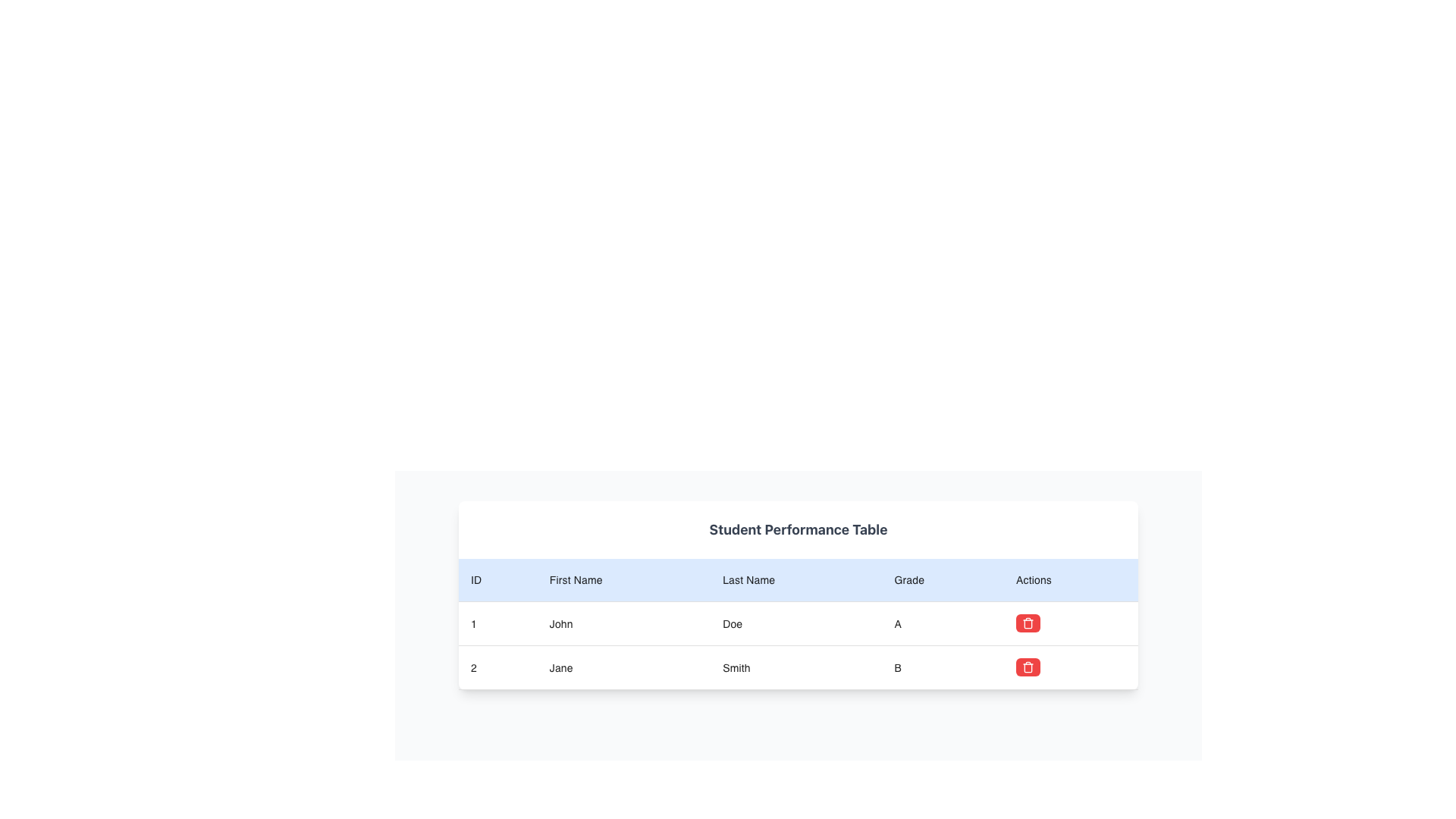 This screenshot has height=819, width=1456. Describe the element at coordinates (1028, 666) in the screenshot. I see `the delete button with the trash can icon in the Actions column of the second row corresponding to Jane Smith's data` at that location.